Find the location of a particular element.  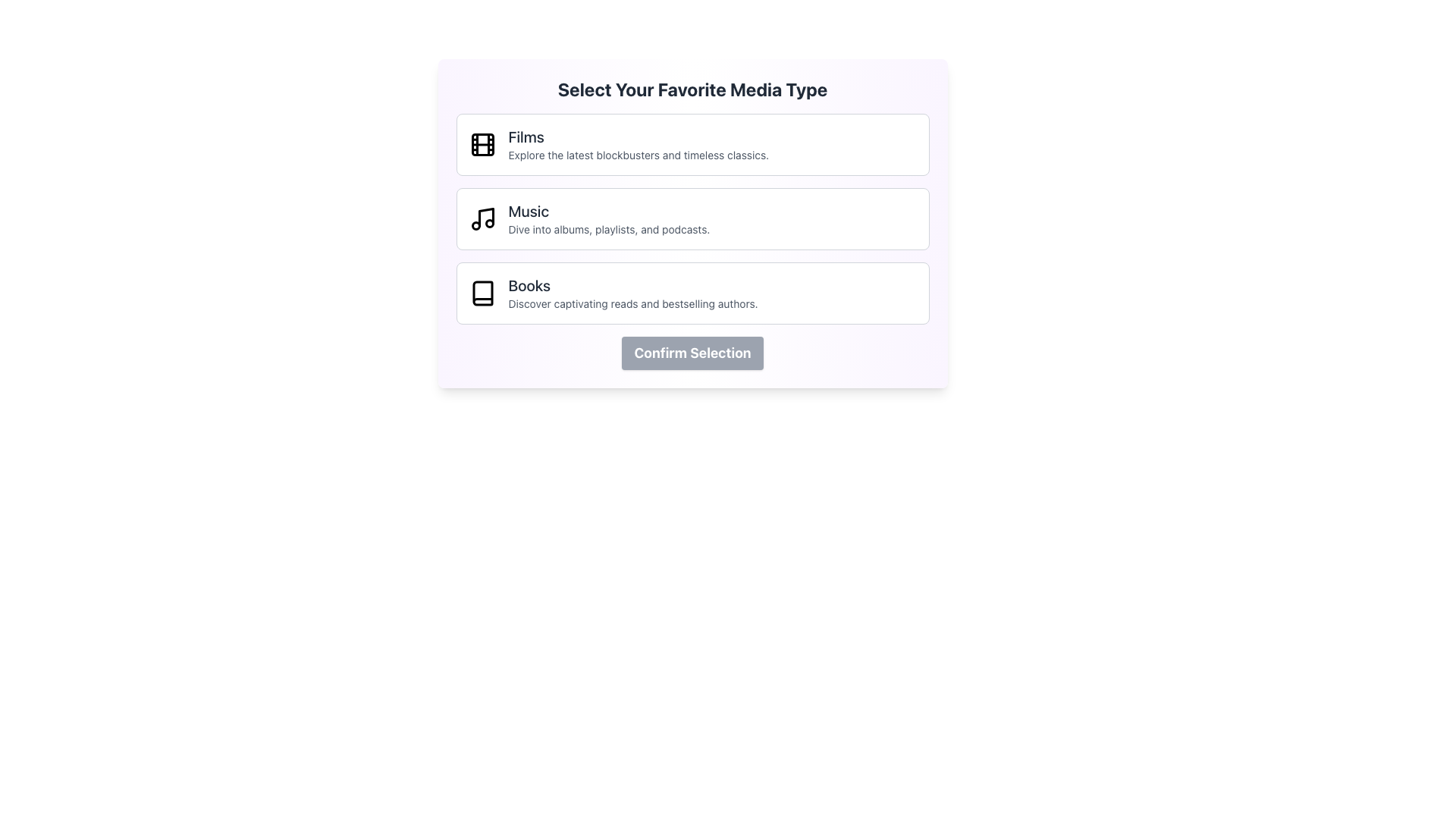

the musical note icon, which is a clean and simple design with black lines, located to the left of the 'Music' label in the middle row of the vertical list is located at coordinates (482, 219).